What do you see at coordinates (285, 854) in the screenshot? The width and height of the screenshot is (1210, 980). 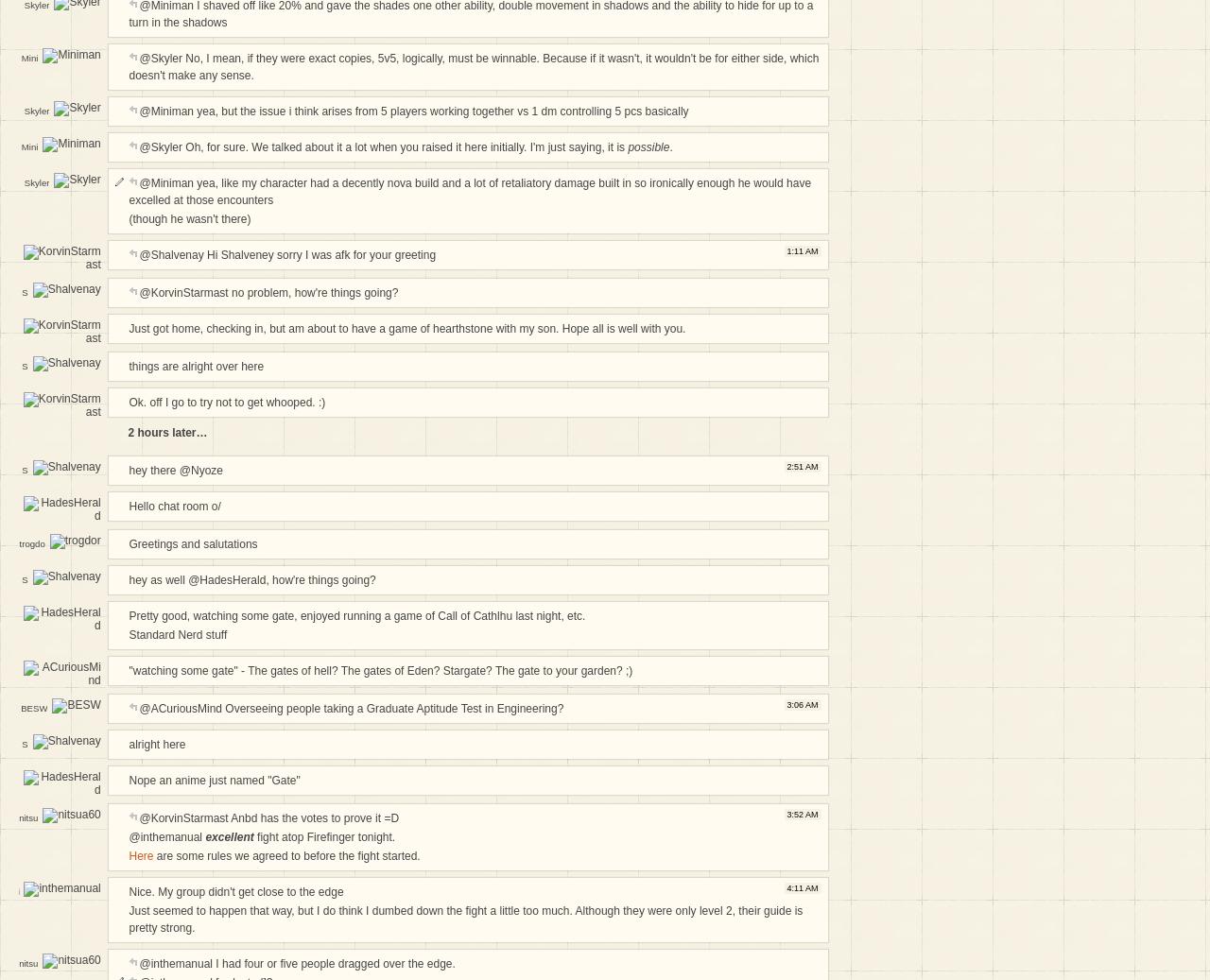 I see `'are some rules we agreed to before the fight started.'` at bounding box center [285, 854].